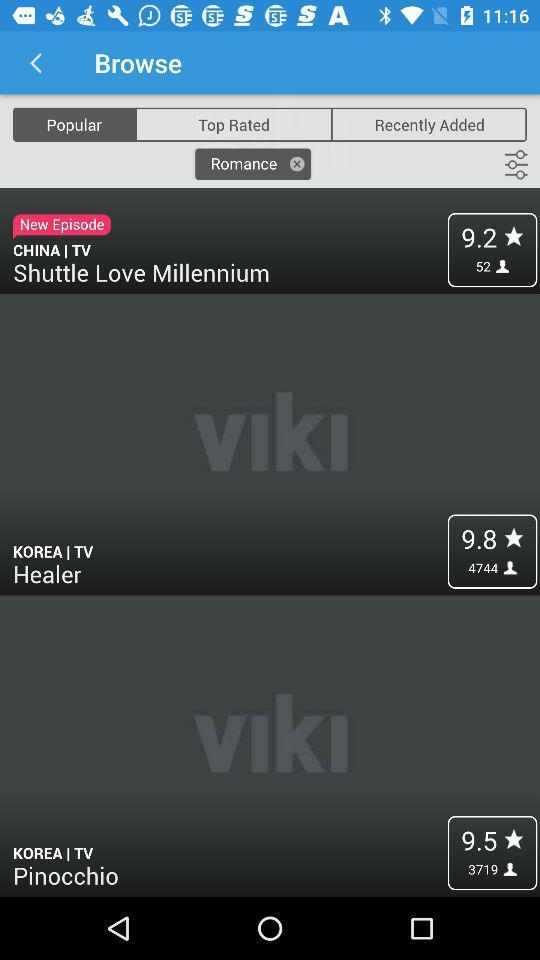  Describe the element at coordinates (17, 62) in the screenshot. I see `the star icon` at that location.